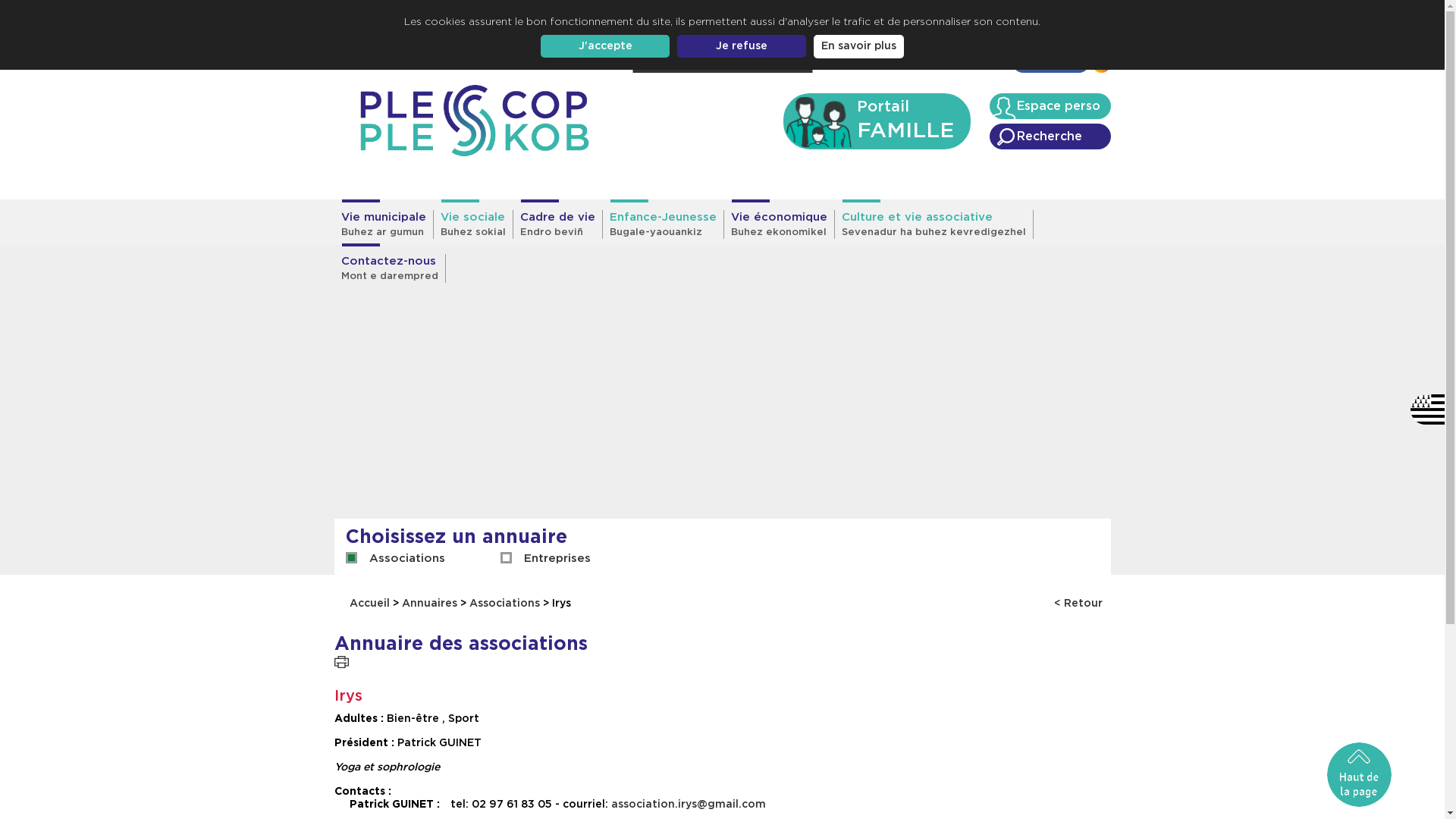 Image resolution: width=1456 pixels, height=819 pixels. Describe the element at coordinates (1092, 66) in the screenshot. I see `'Facebook Maire de Plescop'` at that location.